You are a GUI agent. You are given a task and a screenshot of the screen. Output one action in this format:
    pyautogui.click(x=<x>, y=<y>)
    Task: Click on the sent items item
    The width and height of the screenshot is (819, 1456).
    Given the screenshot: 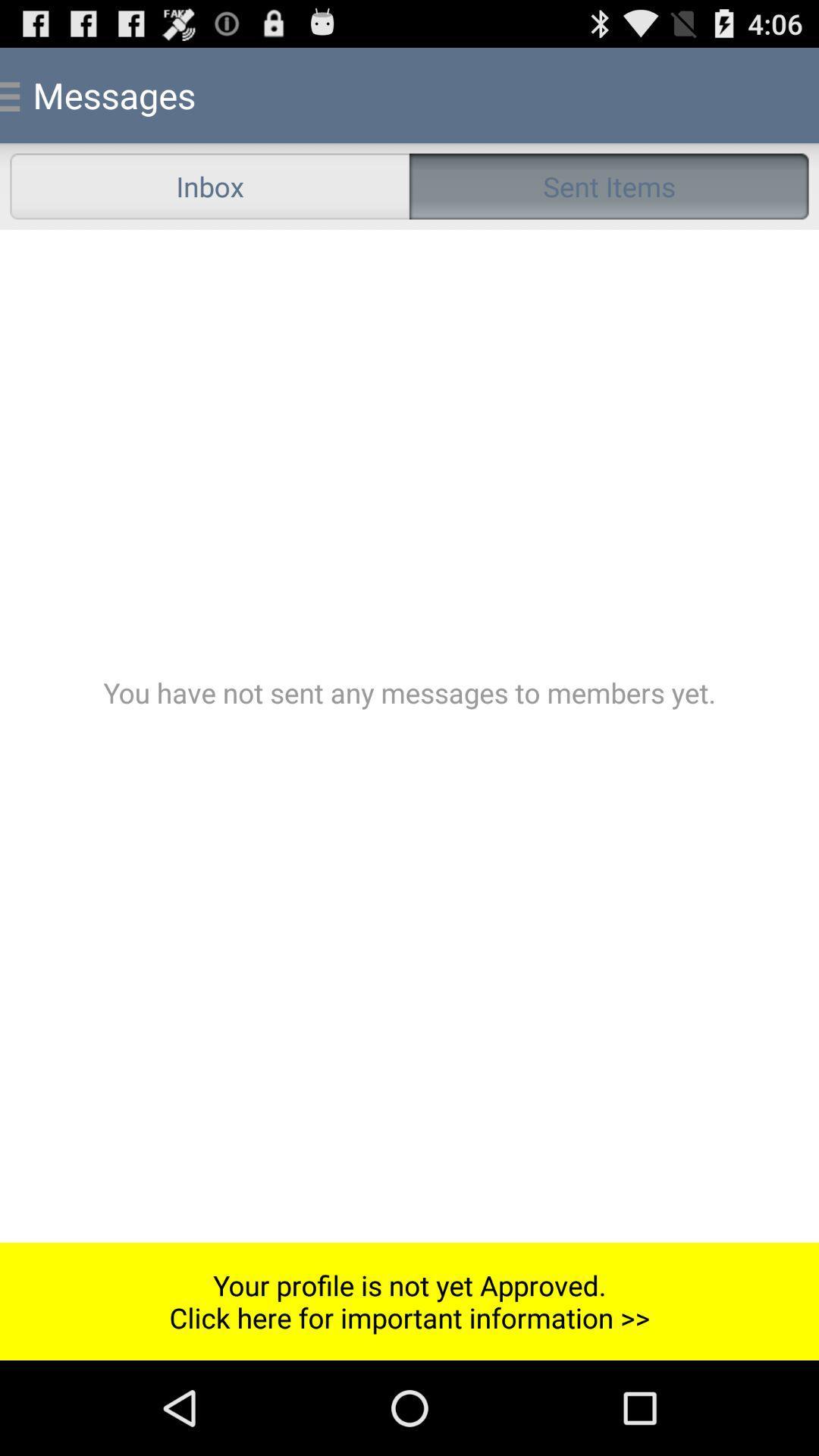 What is the action you would take?
    pyautogui.click(x=608, y=185)
    